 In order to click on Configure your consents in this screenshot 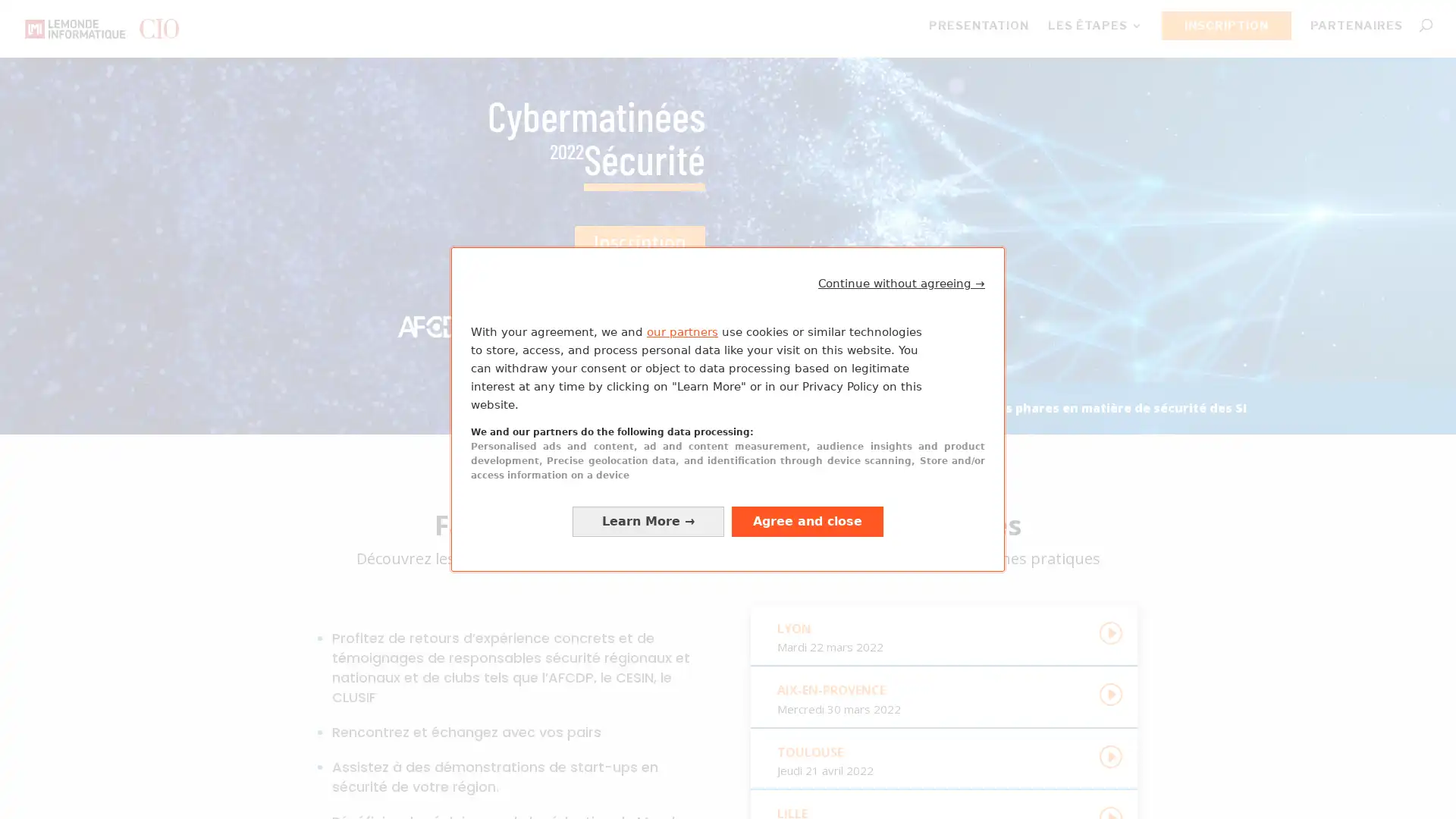, I will do `click(648, 520)`.